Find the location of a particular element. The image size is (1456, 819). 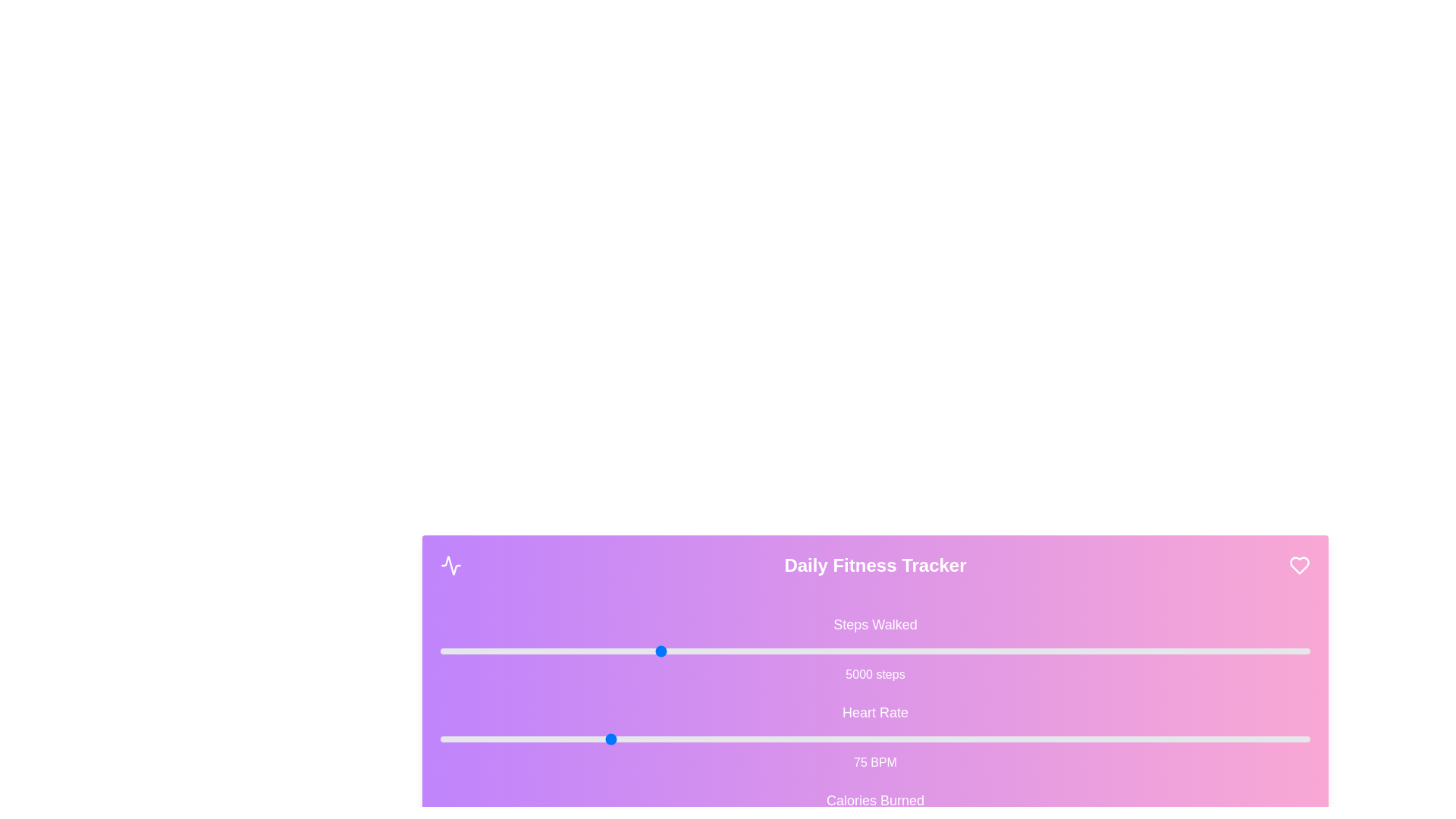

the 'Steps Walked' slider to set its value to 3966 is located at coordinates (613, 651).